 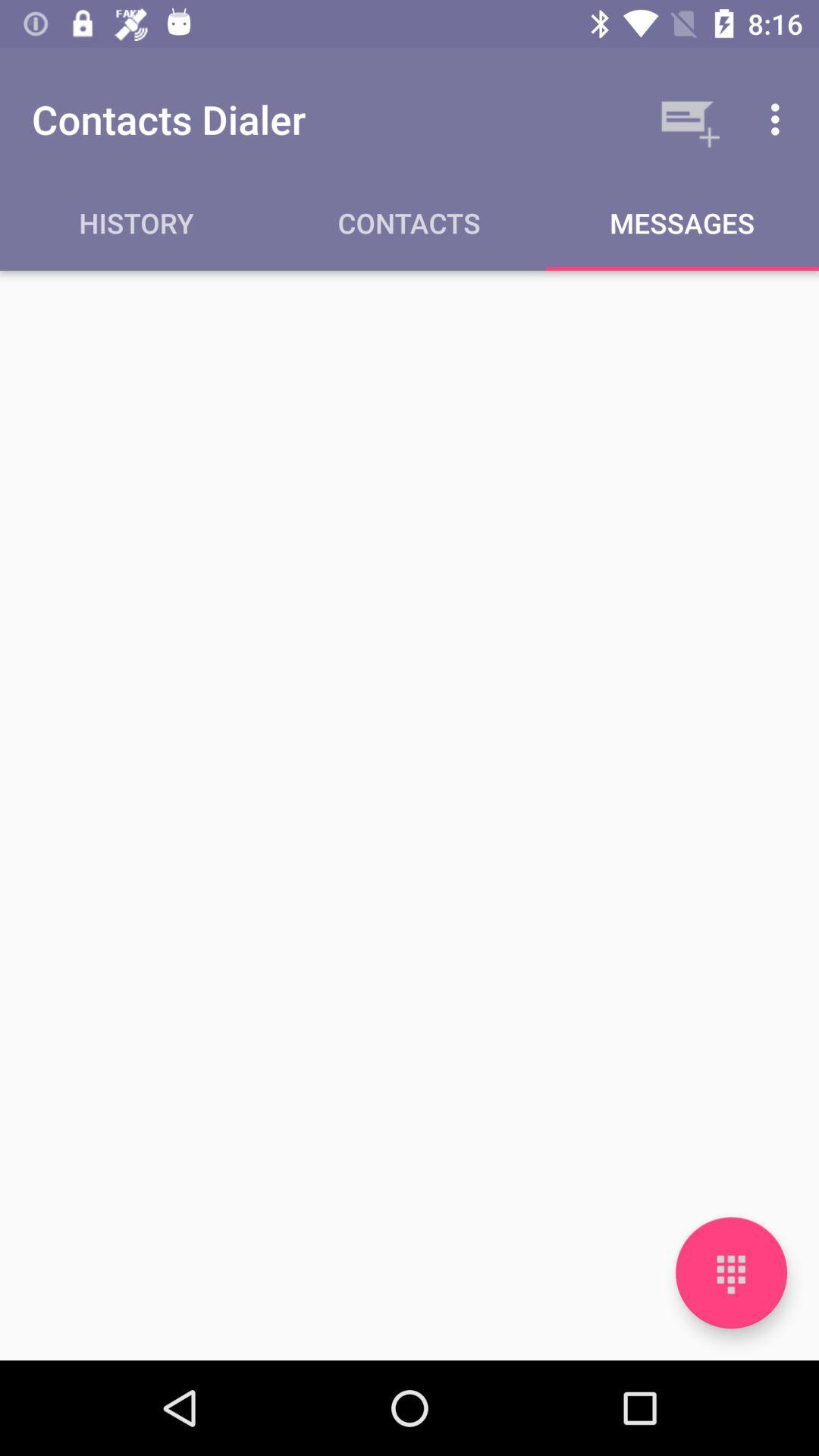 I want to click on the dialpad icon, so click(x=730, y=1272).